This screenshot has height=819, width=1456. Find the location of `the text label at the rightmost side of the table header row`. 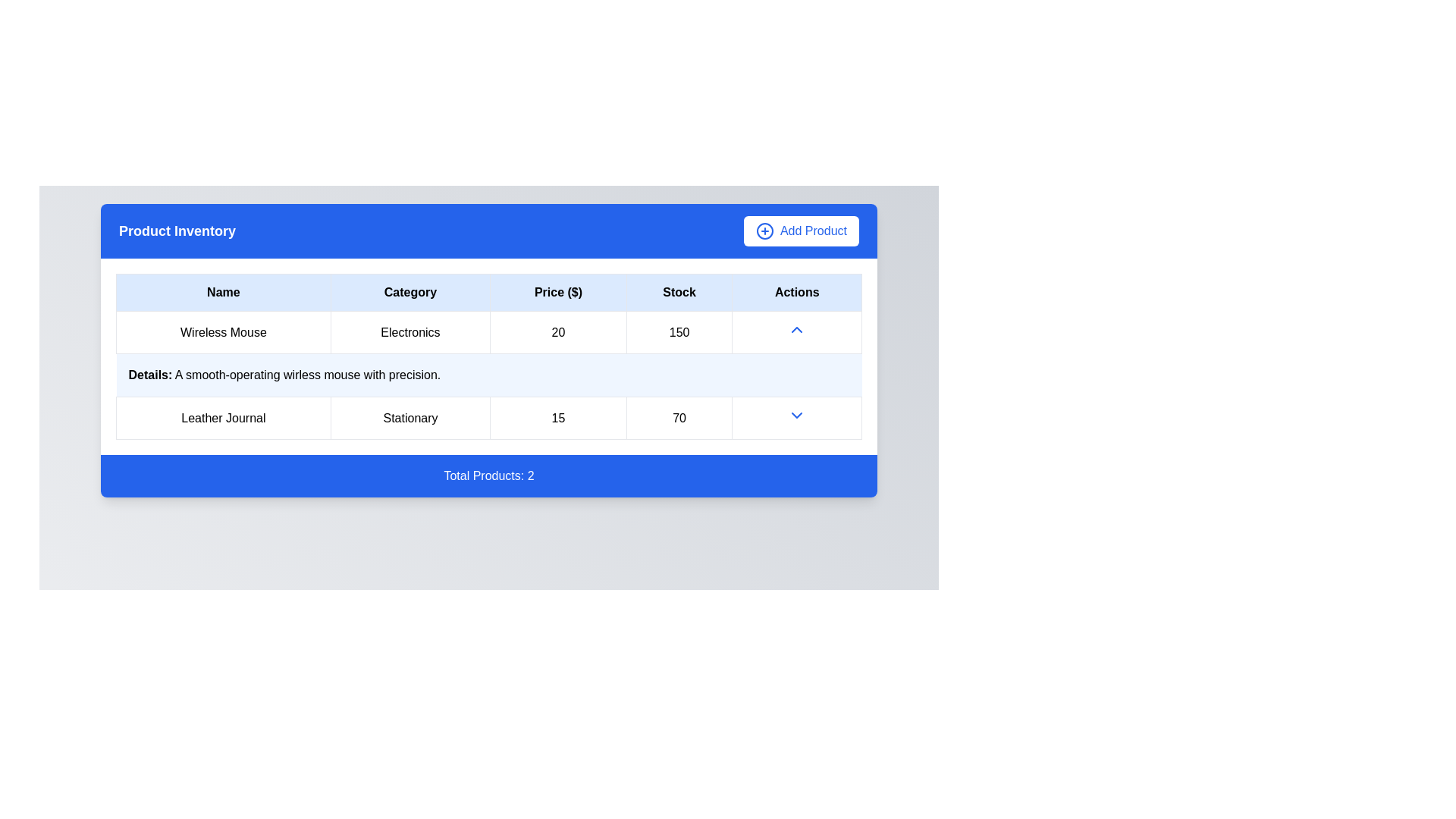

the text label at the rightmost side of the table header row is located at coordinates (796, 292).